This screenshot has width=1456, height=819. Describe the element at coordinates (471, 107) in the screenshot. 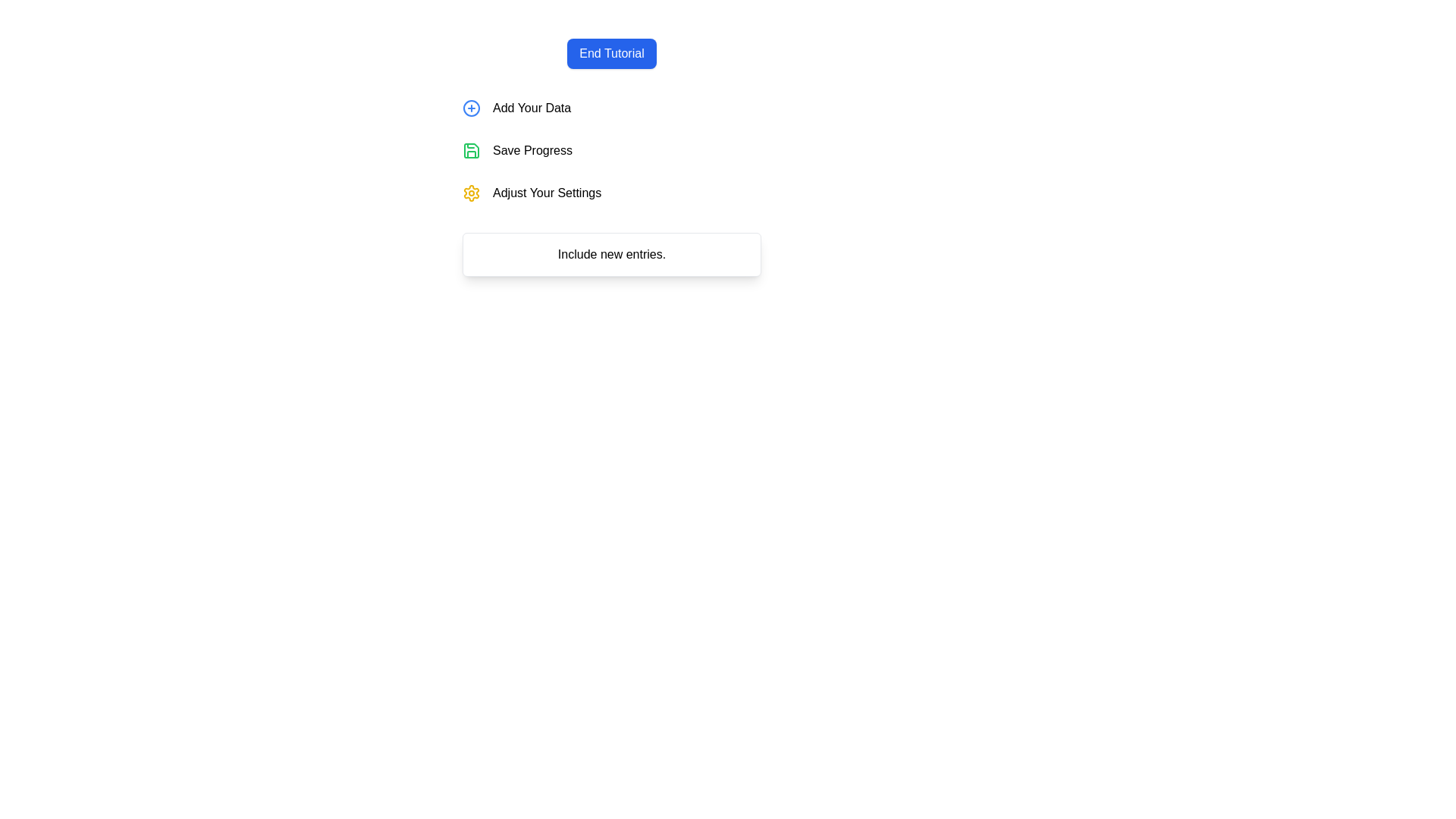

I see `the blue circular icon with a cross symbol` at that location.